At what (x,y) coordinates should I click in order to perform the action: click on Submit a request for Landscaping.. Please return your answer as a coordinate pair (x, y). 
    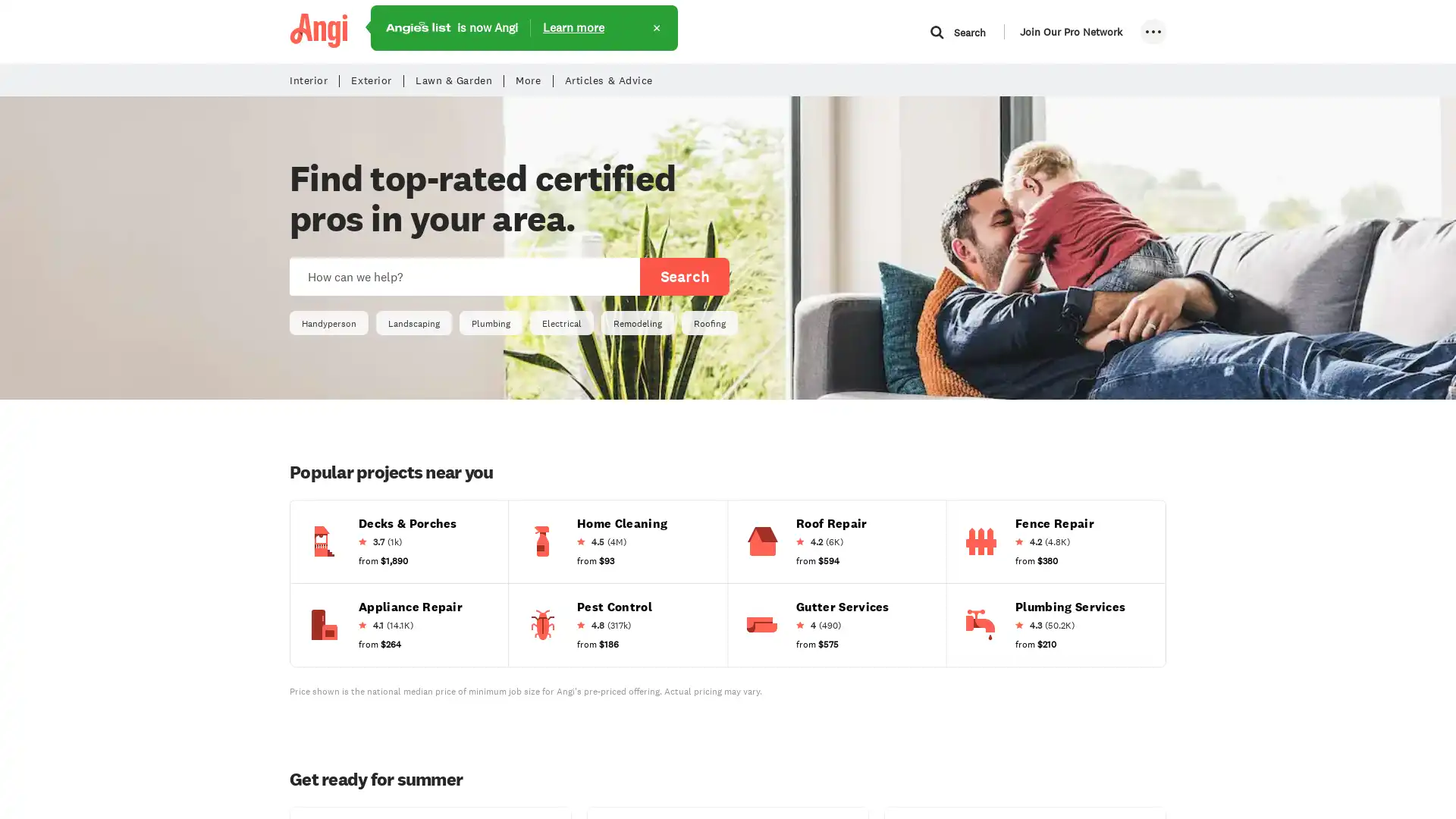
    Looking at the image, I should click on (414, 322).